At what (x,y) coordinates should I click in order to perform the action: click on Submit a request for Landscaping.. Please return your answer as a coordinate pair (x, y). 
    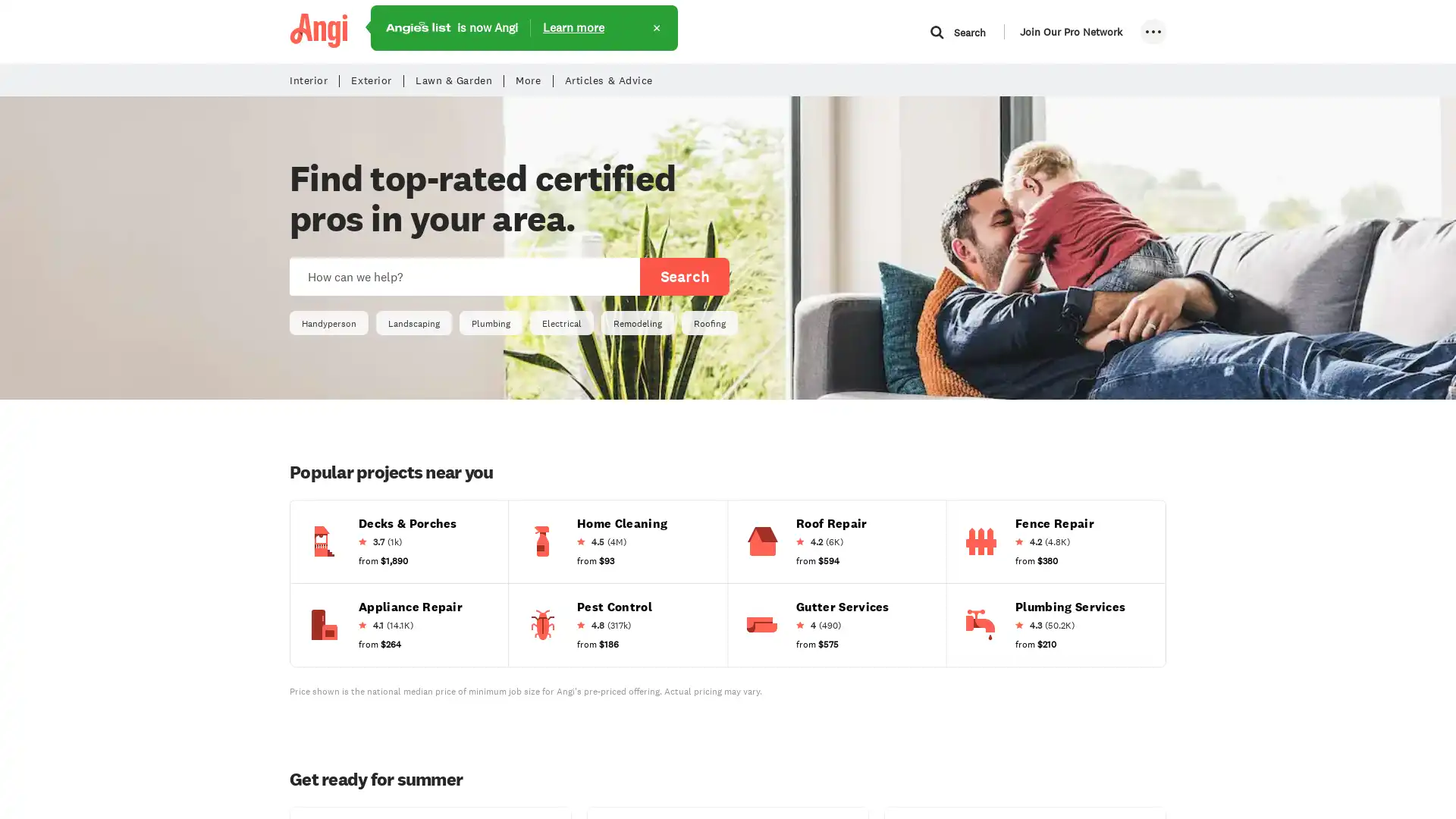
    Looking at the image, I should click on (414, 322).